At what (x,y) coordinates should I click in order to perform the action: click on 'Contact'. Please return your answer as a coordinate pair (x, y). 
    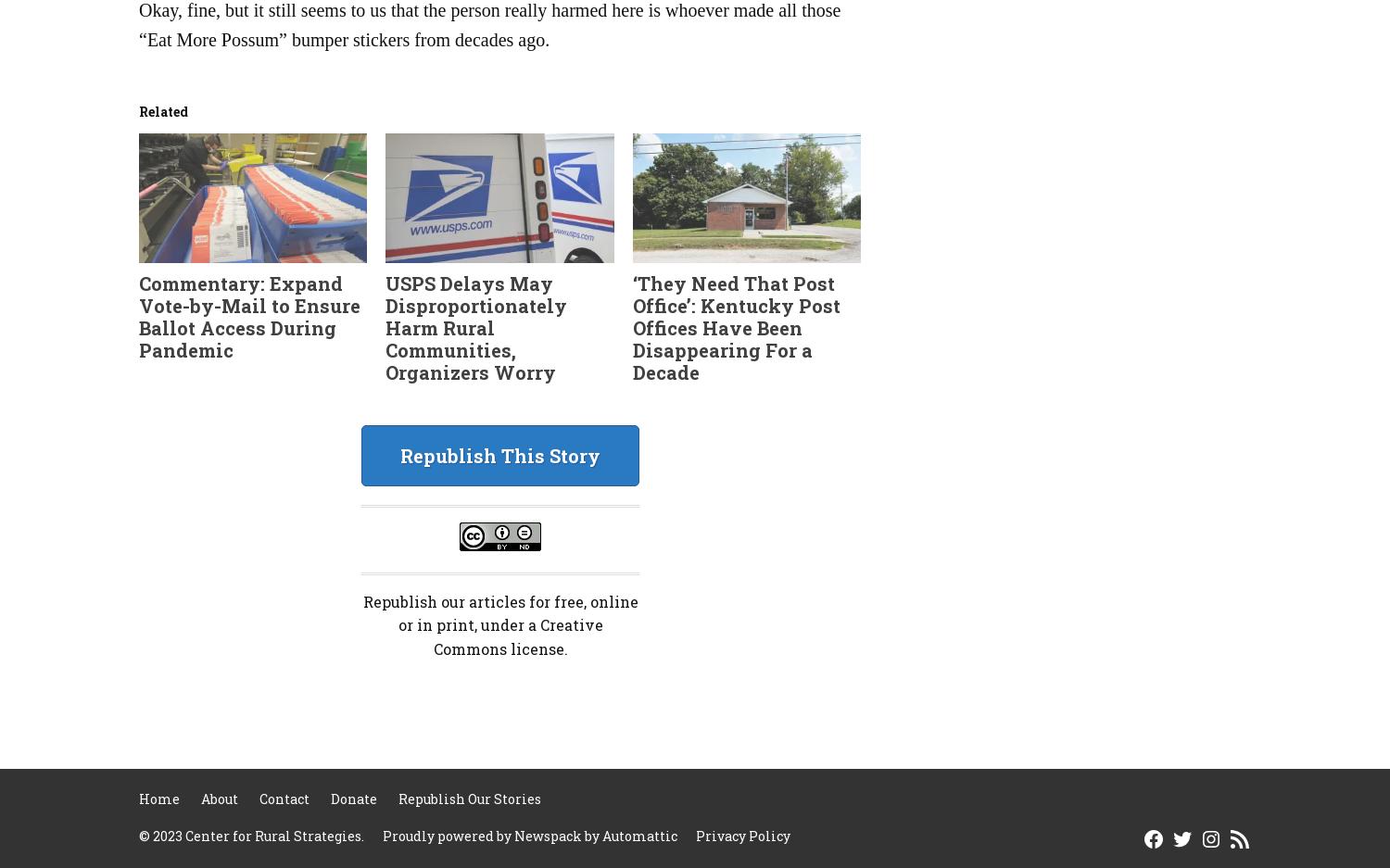
    Looking at the image, I should click on (284, 799).